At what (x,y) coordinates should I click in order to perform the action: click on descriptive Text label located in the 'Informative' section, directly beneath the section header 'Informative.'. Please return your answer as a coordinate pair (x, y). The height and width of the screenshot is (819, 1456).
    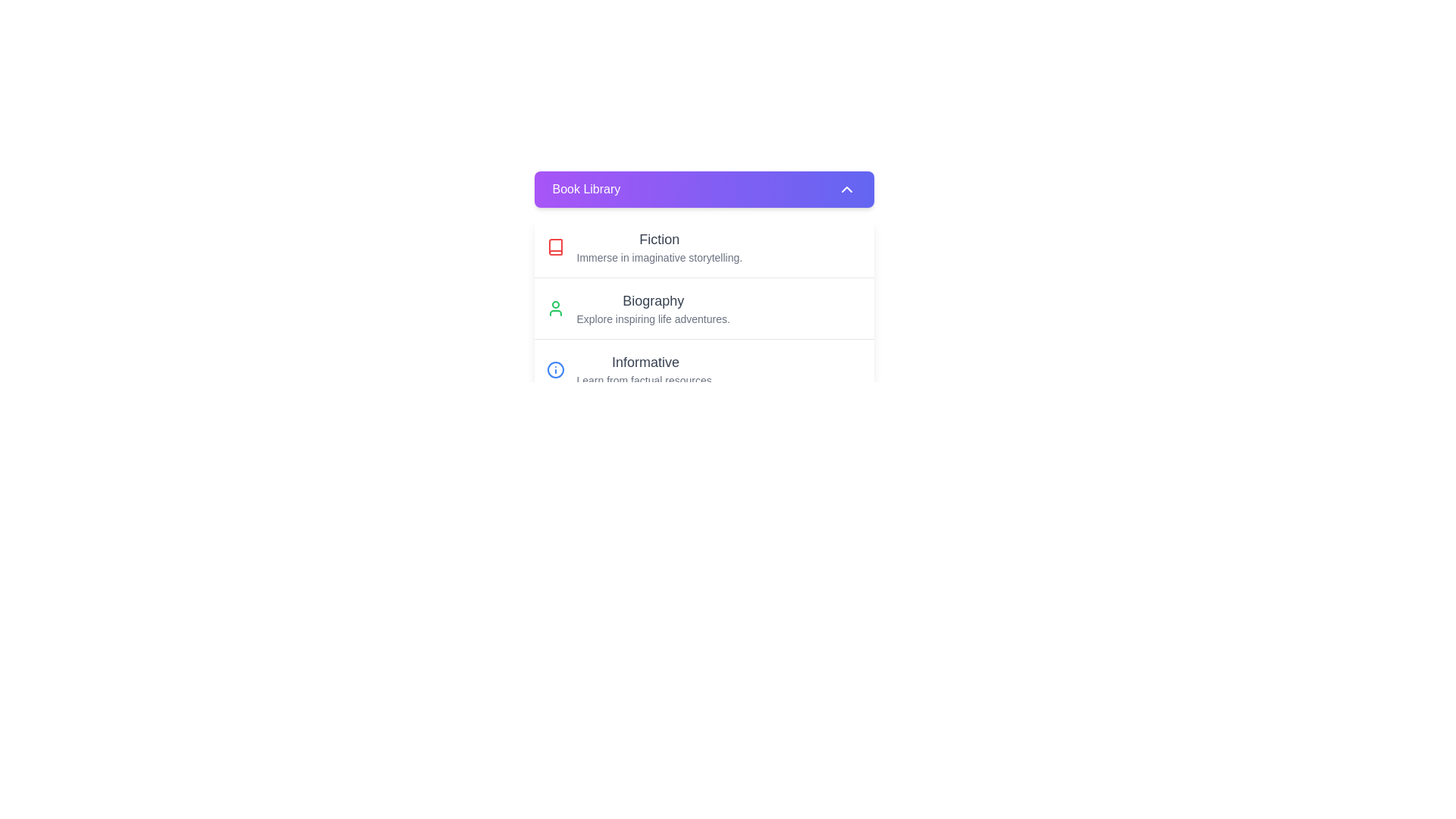
    Looking at the image, I should click on (645, 379).